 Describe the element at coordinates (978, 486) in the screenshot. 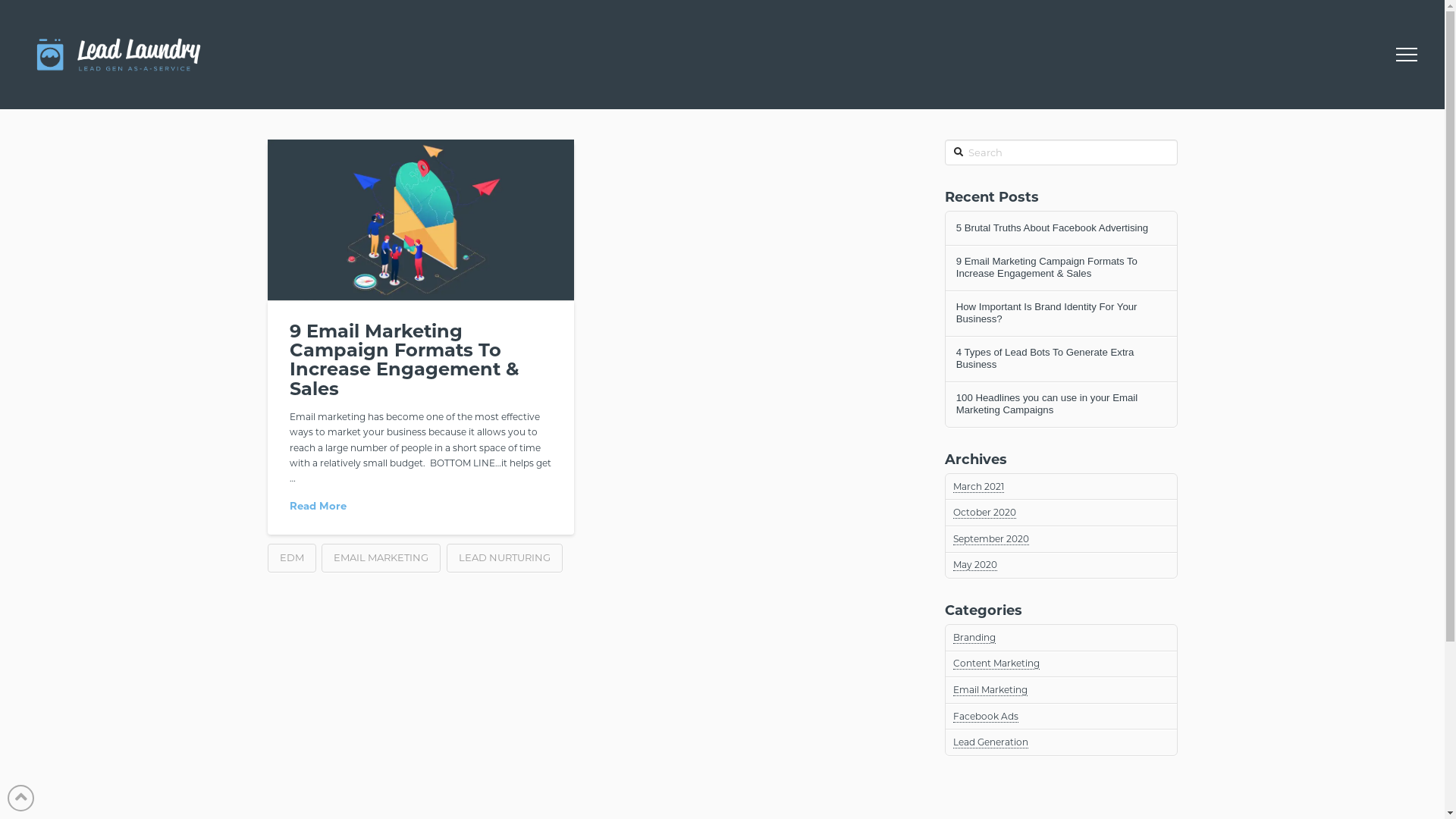

I see `'March 2021'` at that location.